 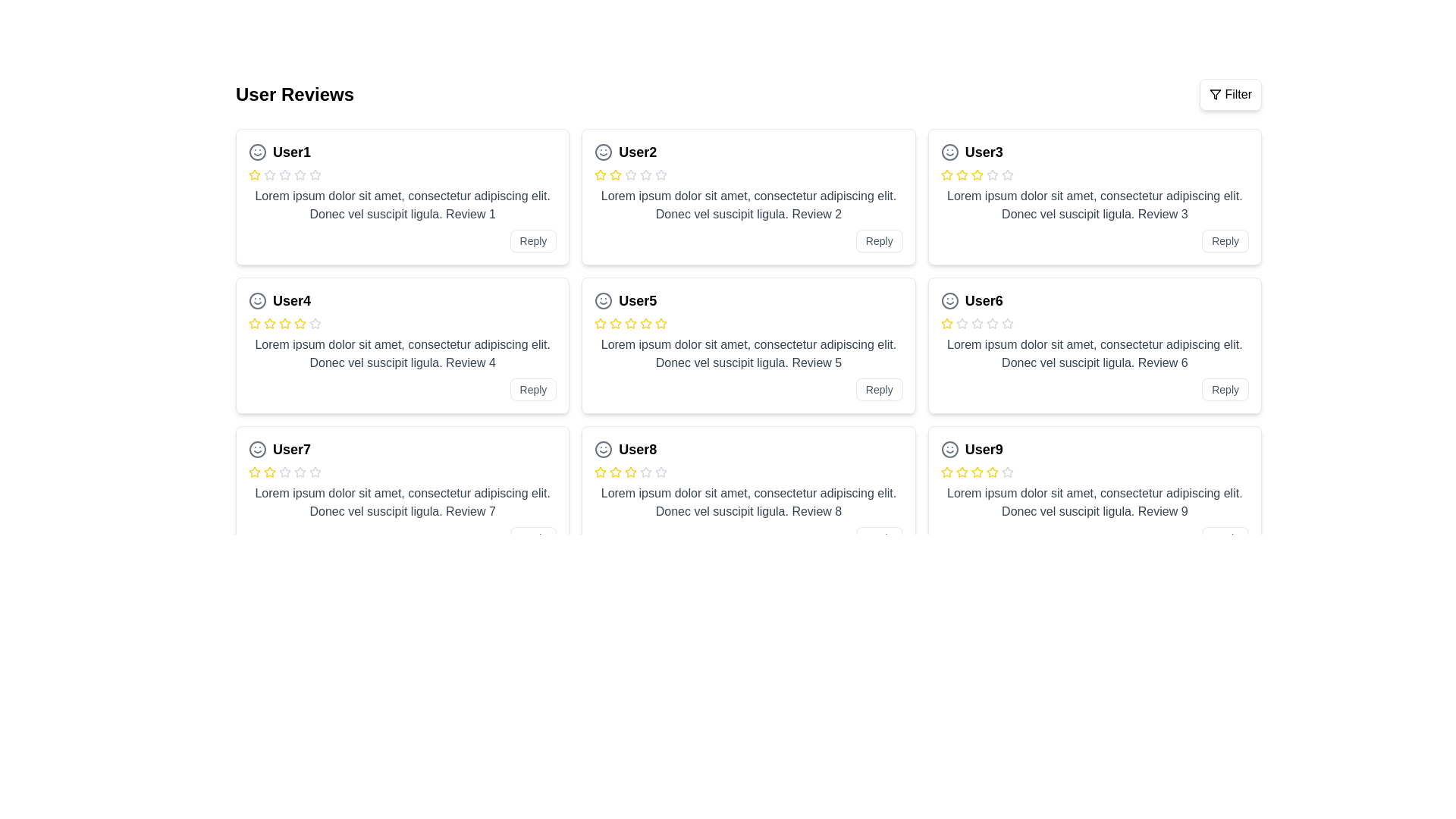 I want to click on the outermost circular layer of the smiley face icon located at the top-left corner of the review card for User9 in the User Reviews section, so click(x=949, y=449).